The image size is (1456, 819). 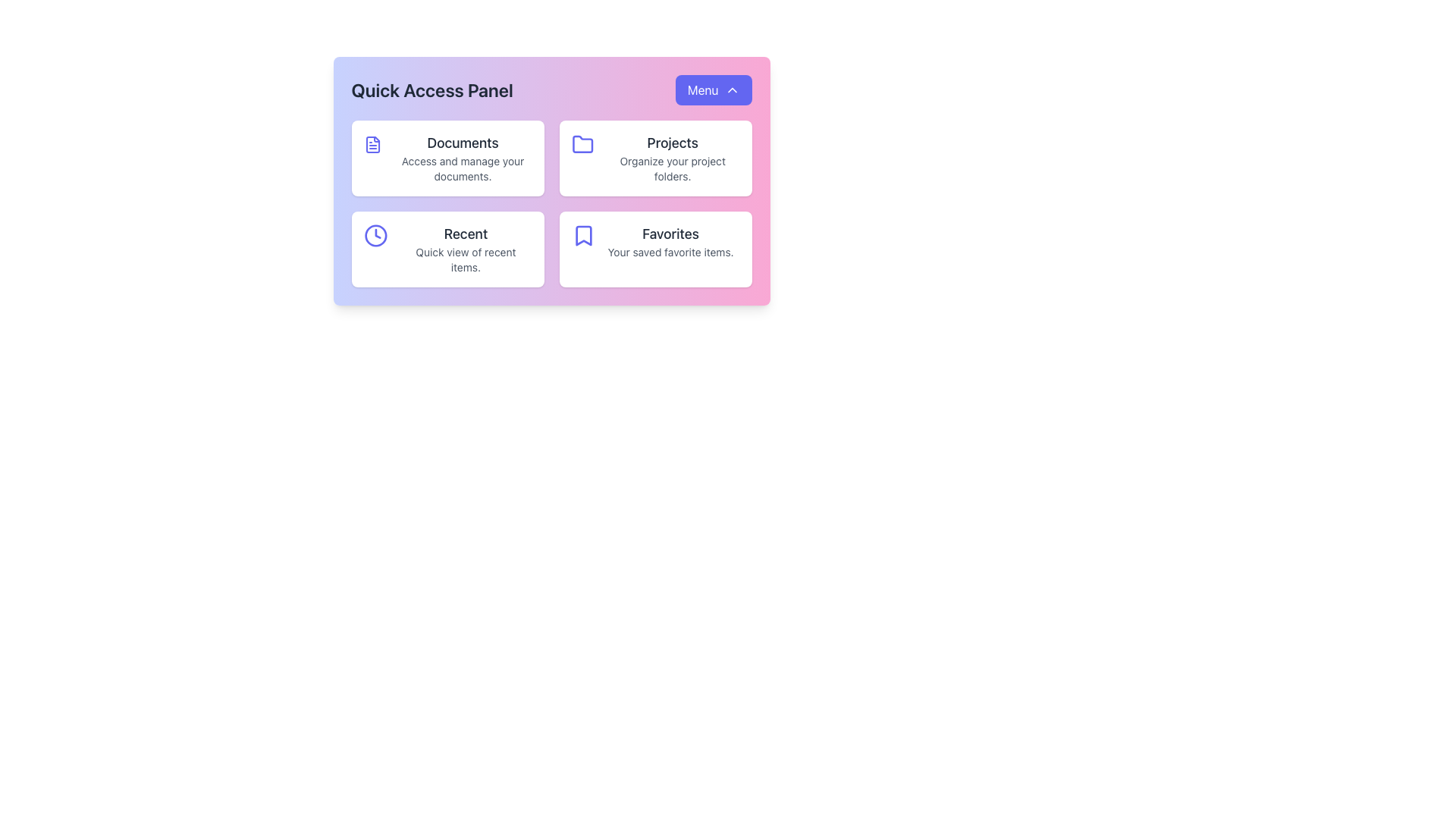 I want to click on the 'Projects' Text Label that serves as a heading for the projects section, which is positioned above the description 'Organize your project folders.', so click(x=672, y=143).